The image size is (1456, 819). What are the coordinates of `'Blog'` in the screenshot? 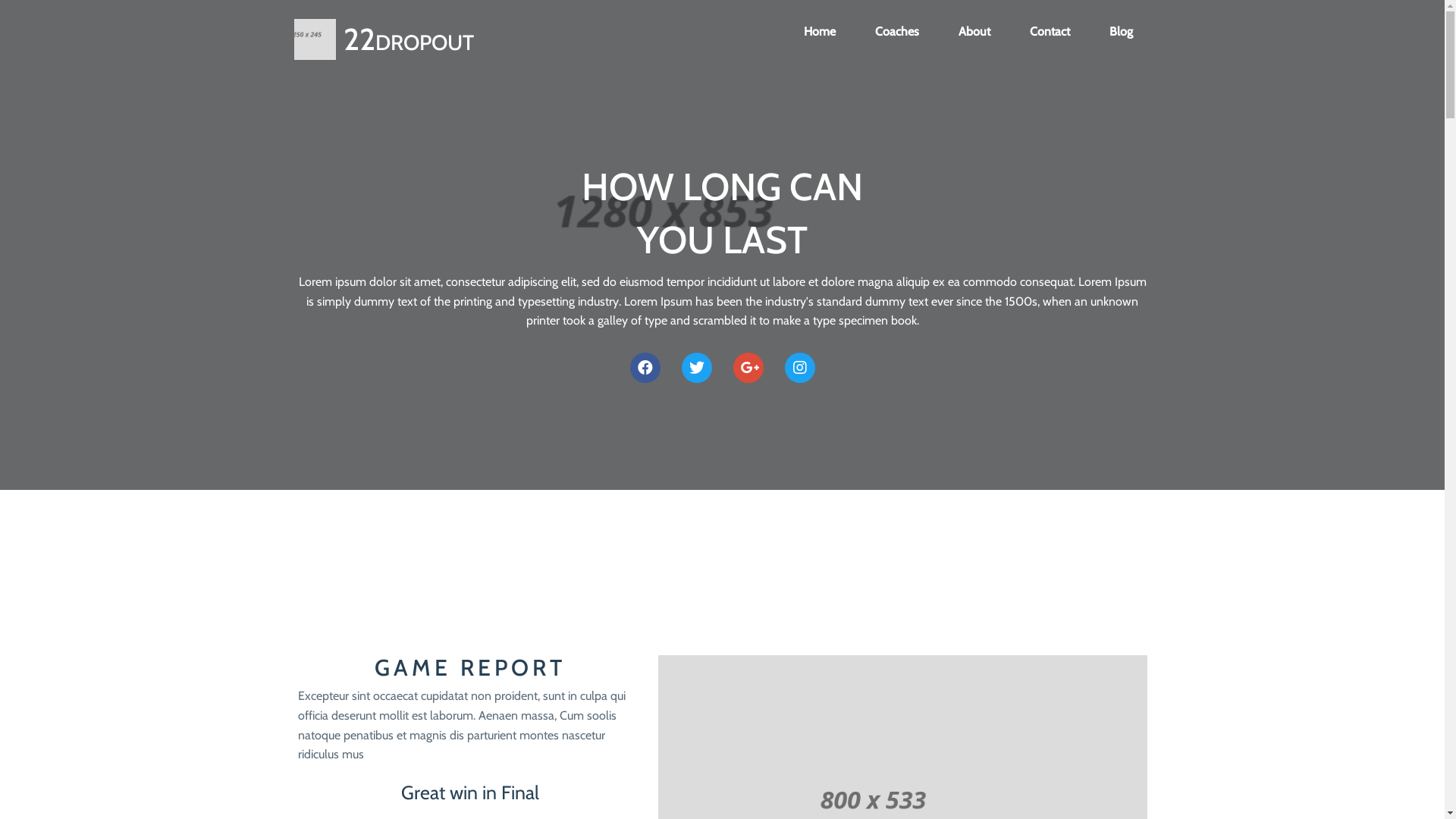 It's located at (1120, 32).